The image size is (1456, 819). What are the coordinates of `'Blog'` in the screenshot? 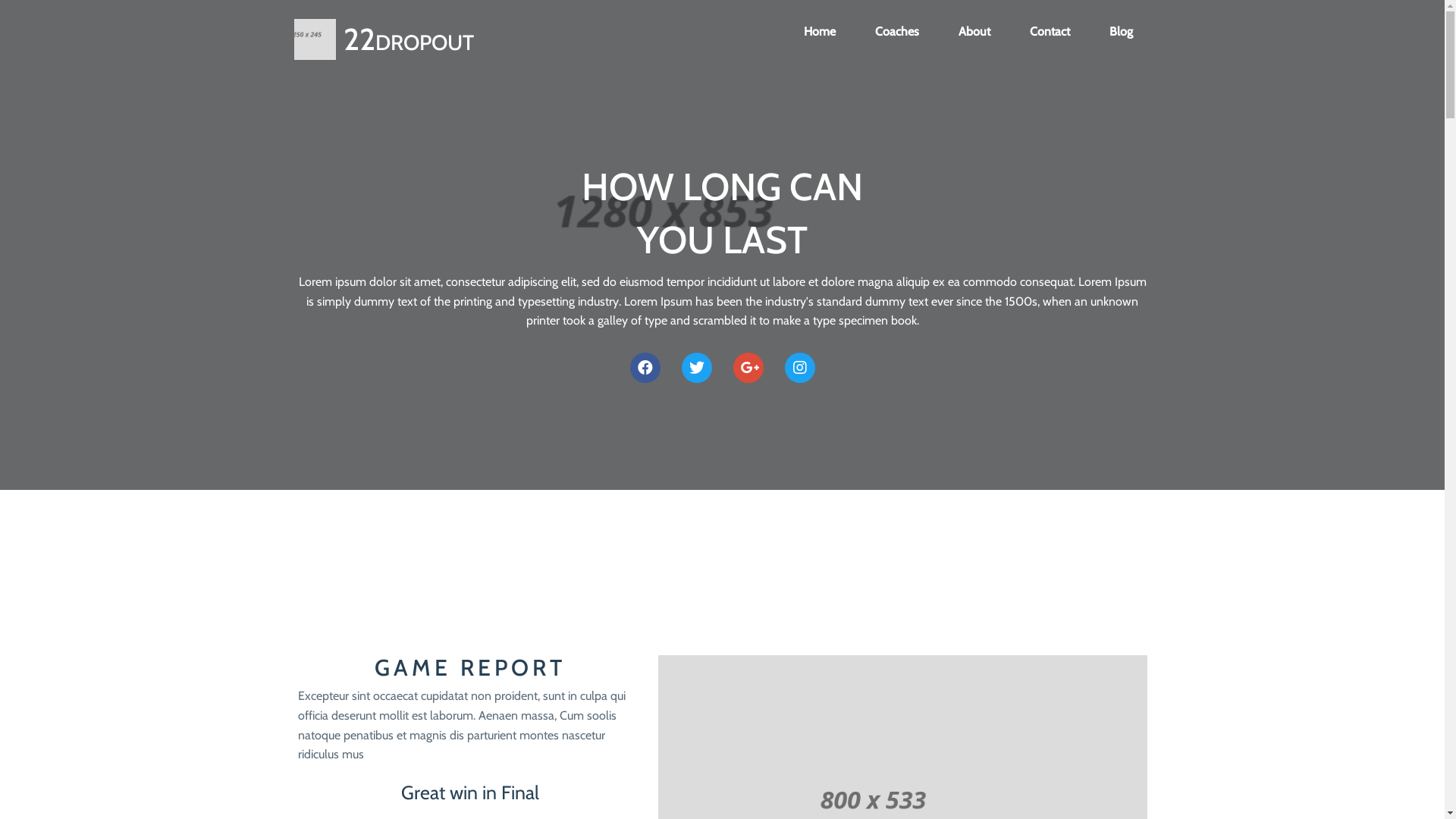 It's located at (1120, 32).